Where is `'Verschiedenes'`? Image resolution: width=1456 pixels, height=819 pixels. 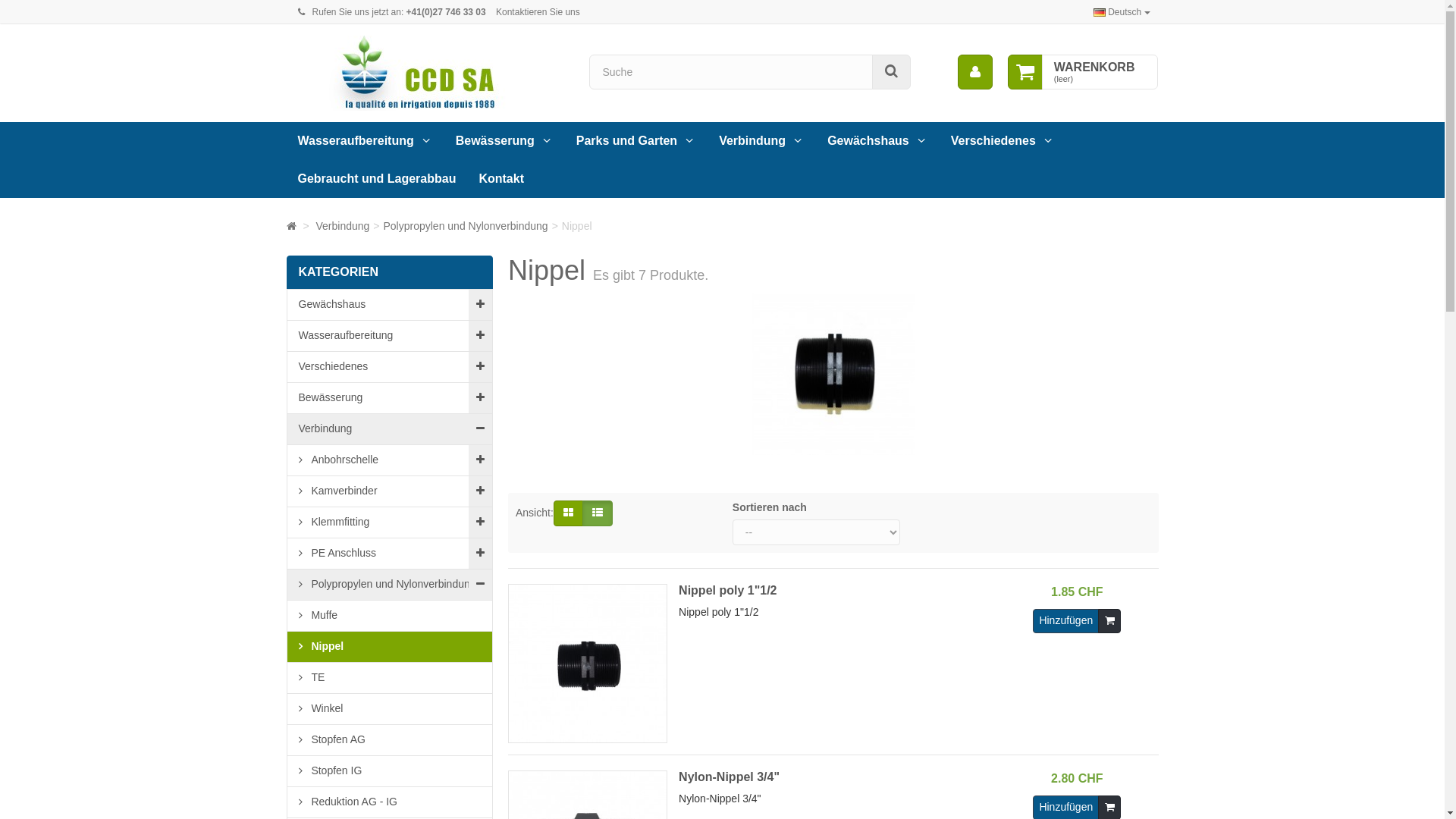
'Verschiedenes' is located at coordinates (1003, 140).